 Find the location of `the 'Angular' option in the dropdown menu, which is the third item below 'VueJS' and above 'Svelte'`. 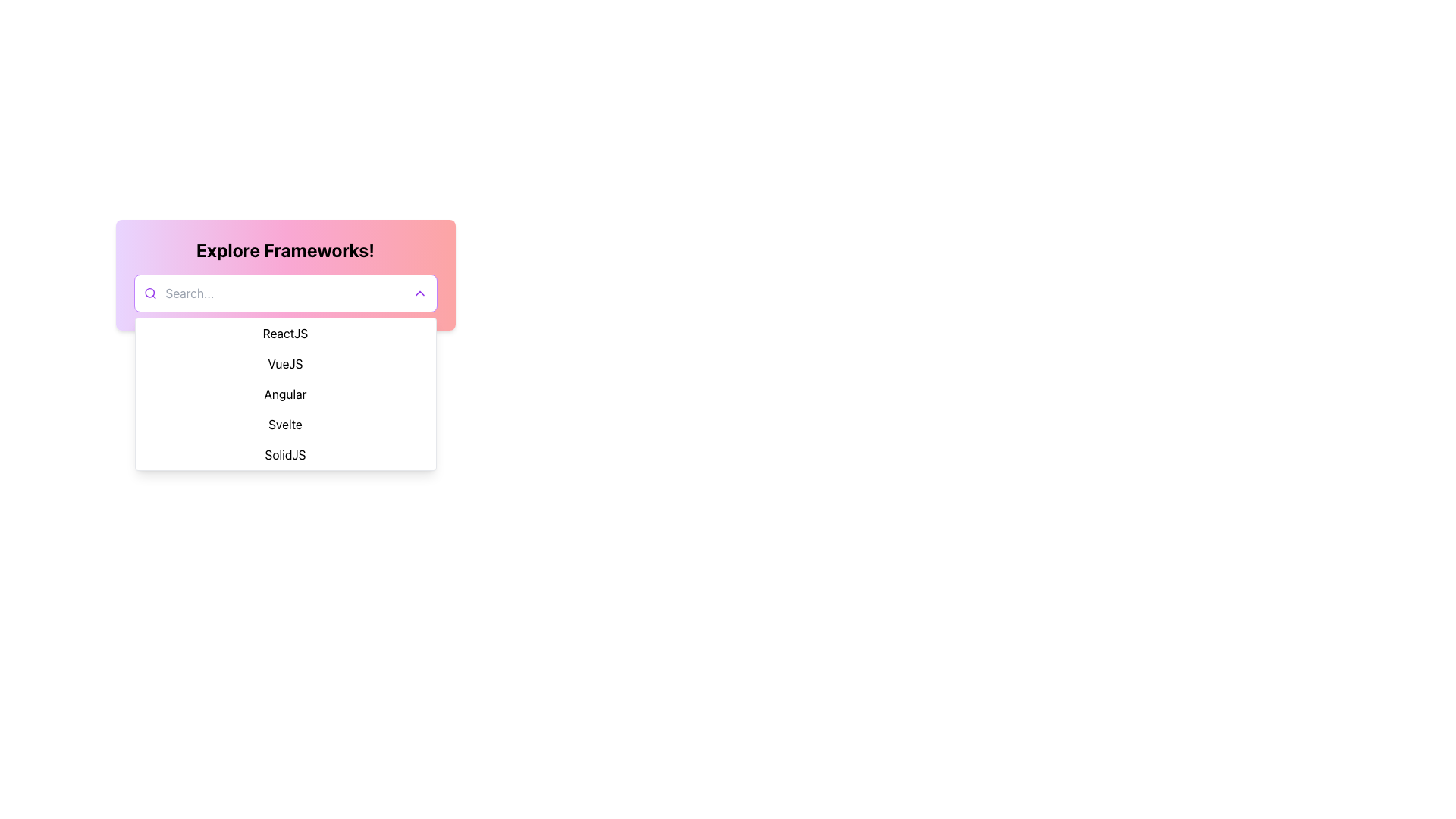

the 'Angular' option in the dropdown menu, which is the third item below 'VueJS' and above 'Svelte' is located at coordinates (285, 394).